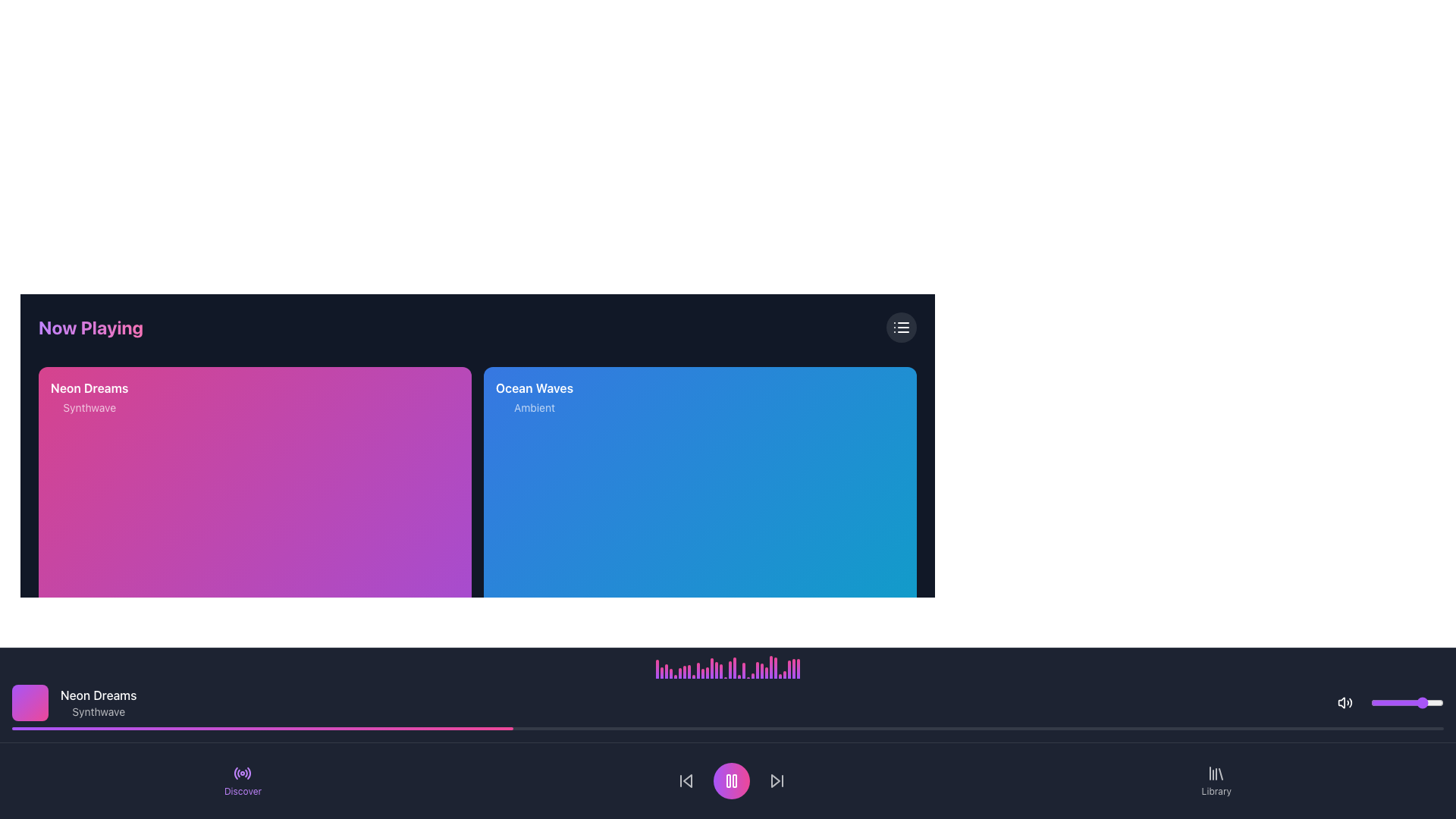 This screenshot has width=1456, height=819. I want to click on the circular purple radio signal icon, which has a bold center dot and radiating lines, so click(243, 773).